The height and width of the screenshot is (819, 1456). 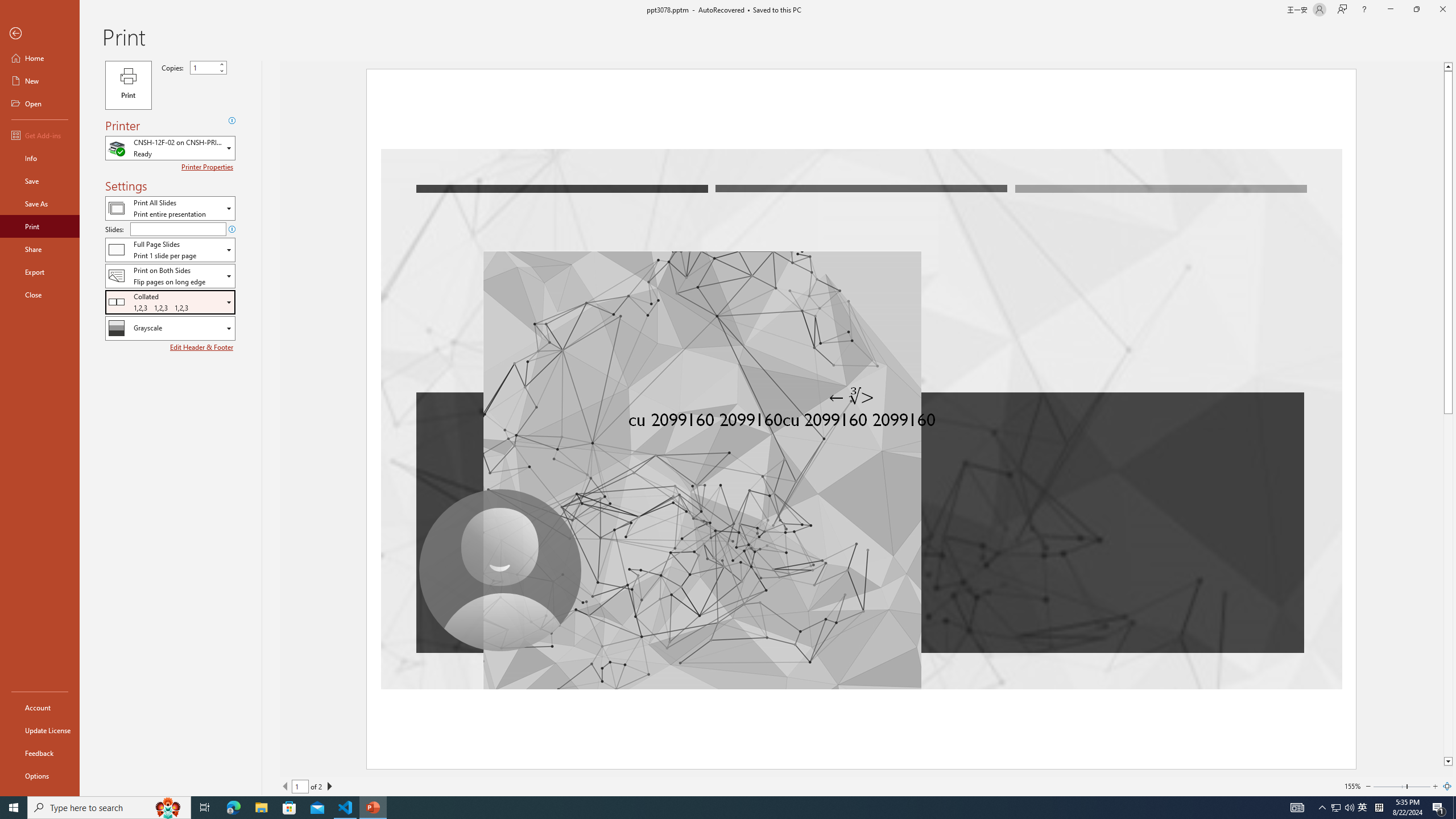 What do you see at coordinates (39, 775) in the screenshot?
I see `'Options'` at bounding box center [39, 775].